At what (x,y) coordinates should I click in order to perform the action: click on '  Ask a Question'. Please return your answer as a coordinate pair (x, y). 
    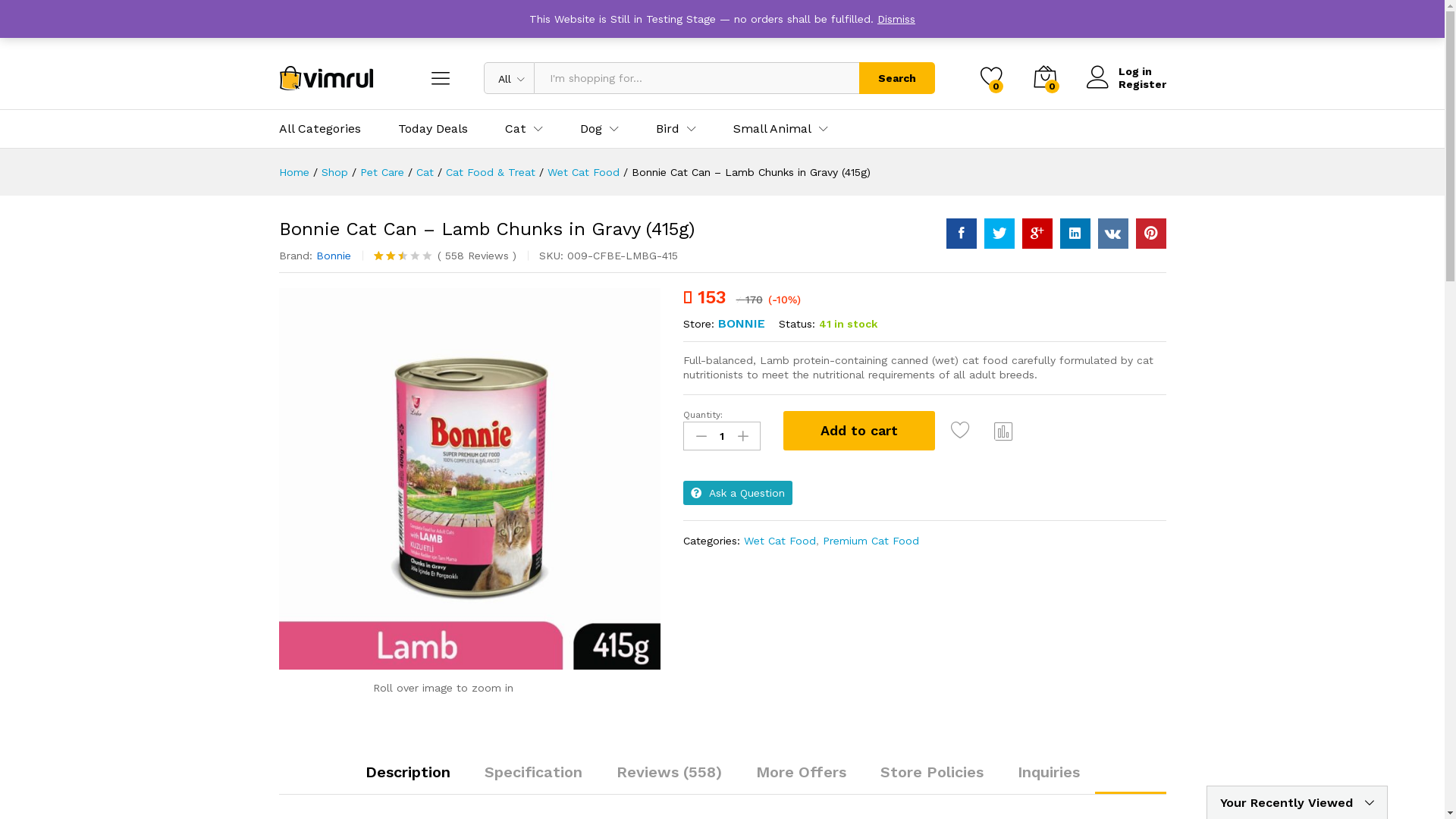
    Looking at the image, I should click on (738, 493).